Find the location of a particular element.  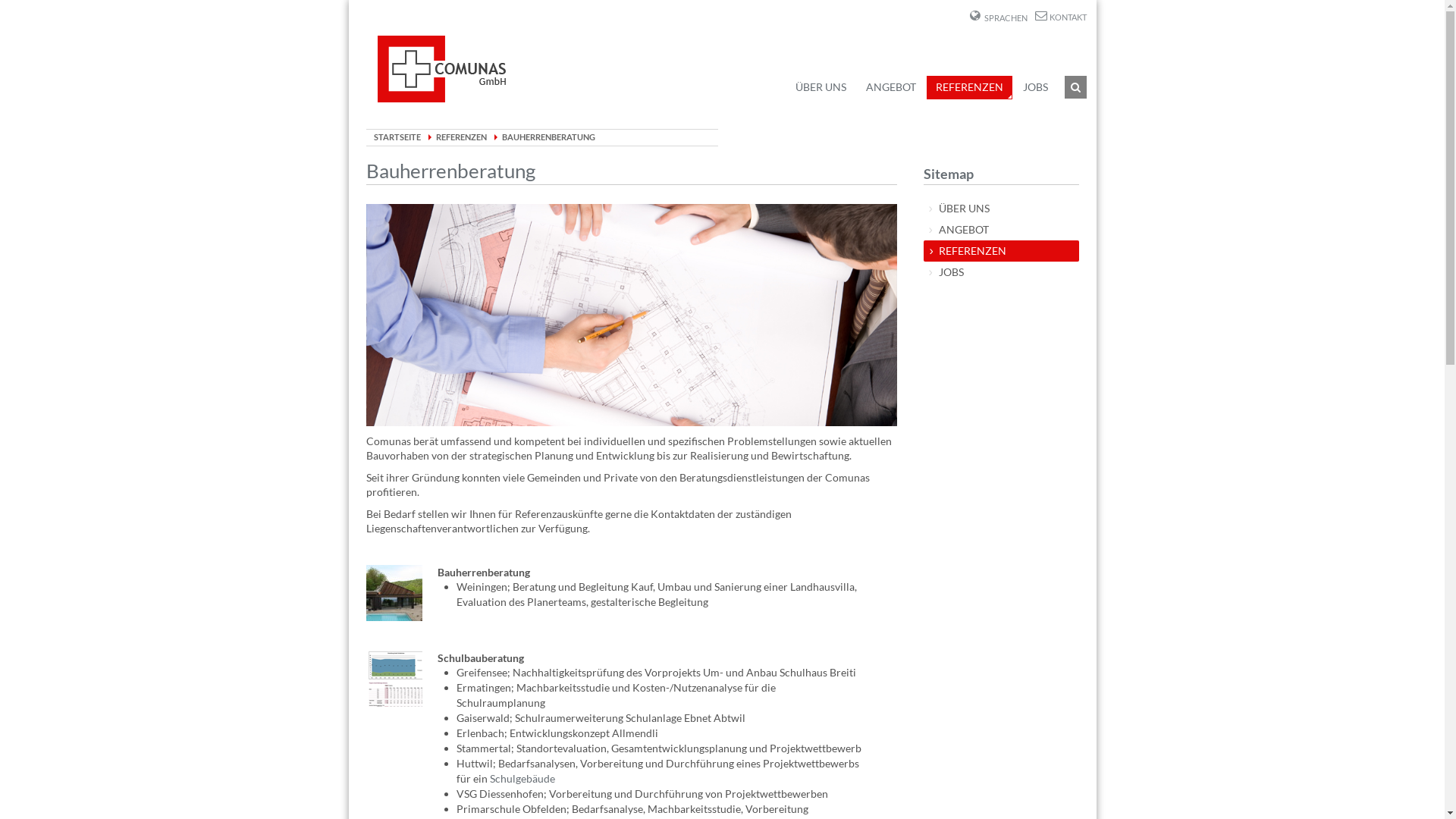

'JOBS' is located at coordinates (1034, 87).